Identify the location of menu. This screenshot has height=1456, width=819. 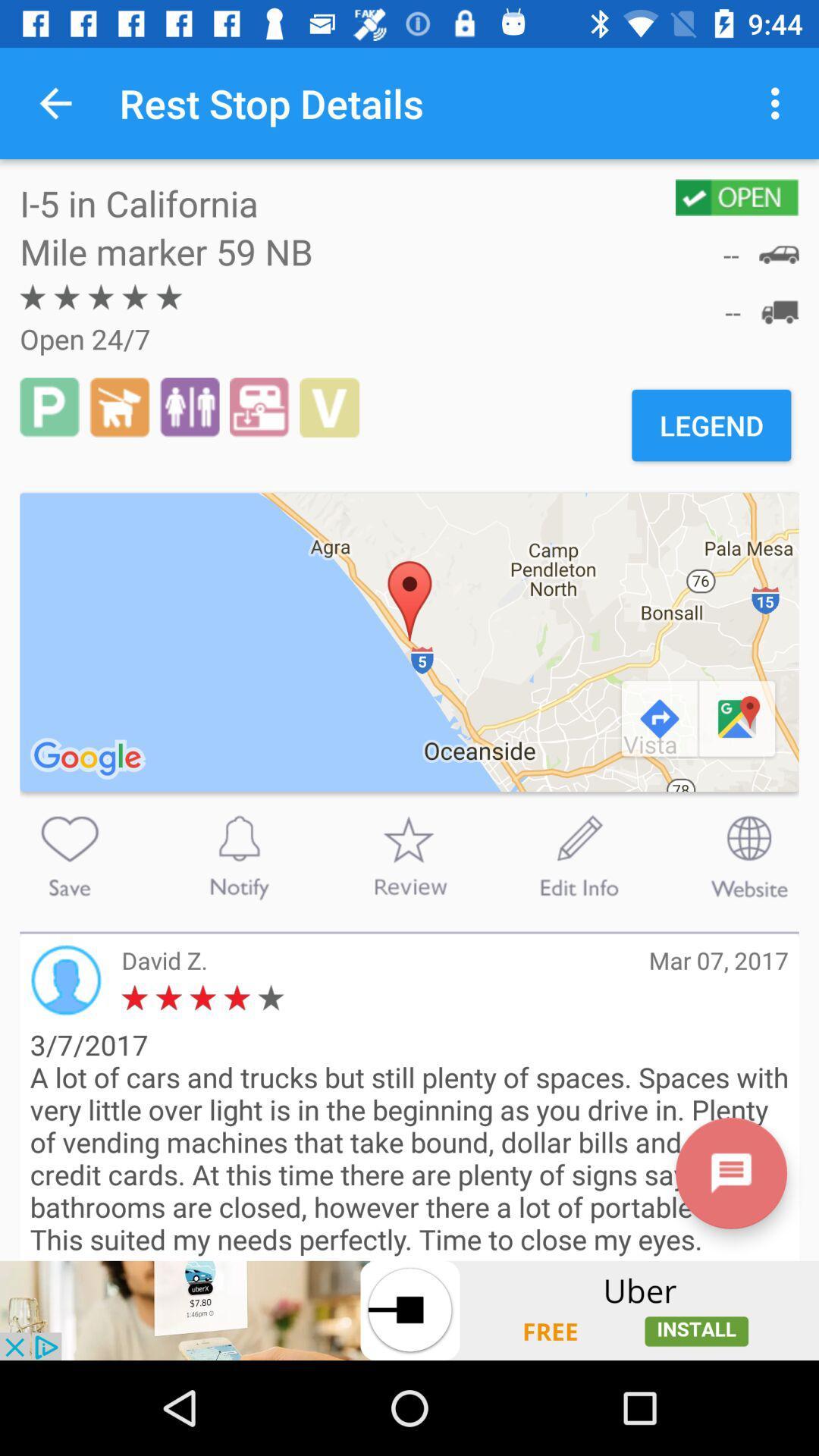
(730, 1172).